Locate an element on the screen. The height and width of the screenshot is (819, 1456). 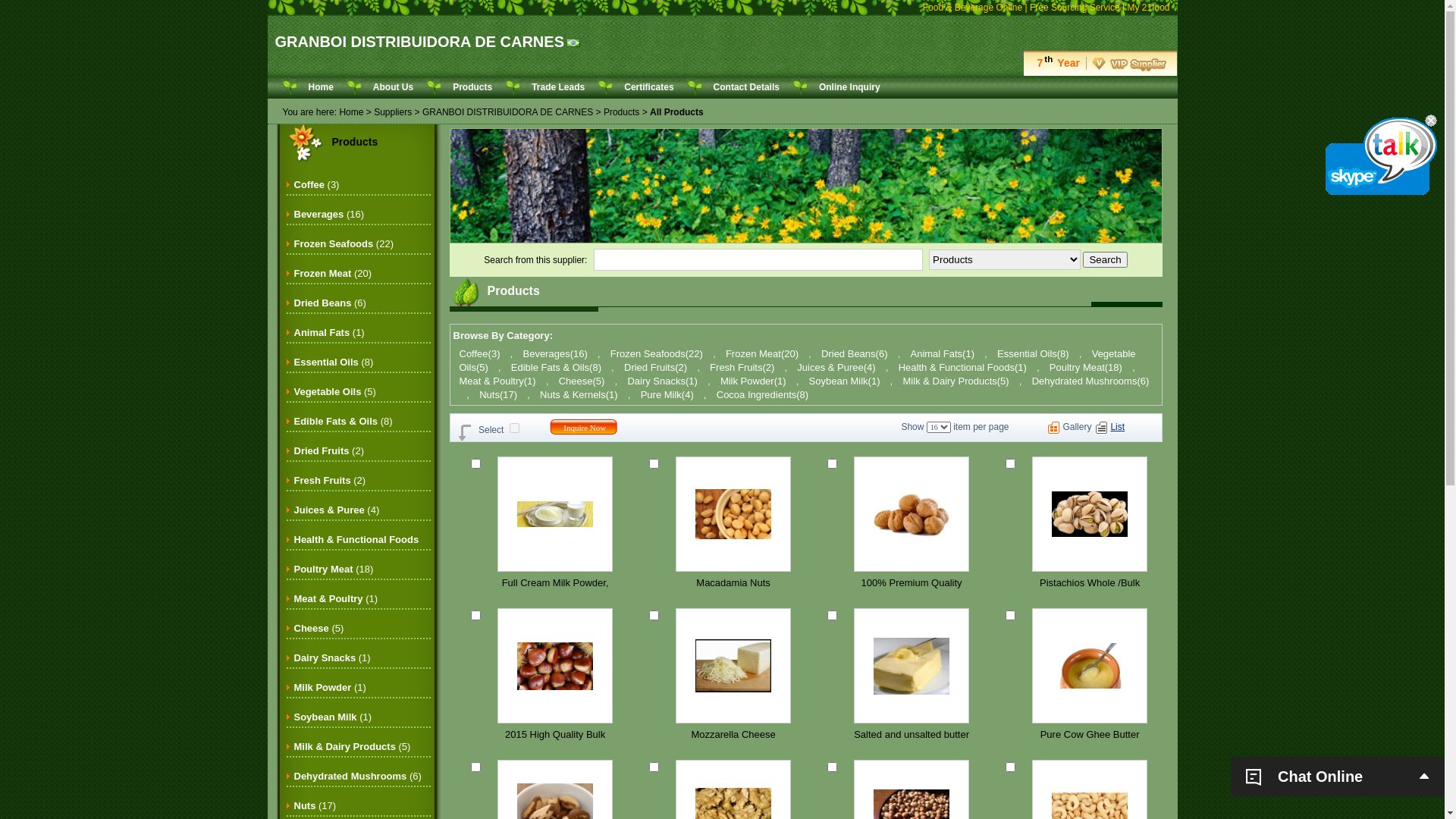
'Nuts(17)' is located at coordinates (479, 394).